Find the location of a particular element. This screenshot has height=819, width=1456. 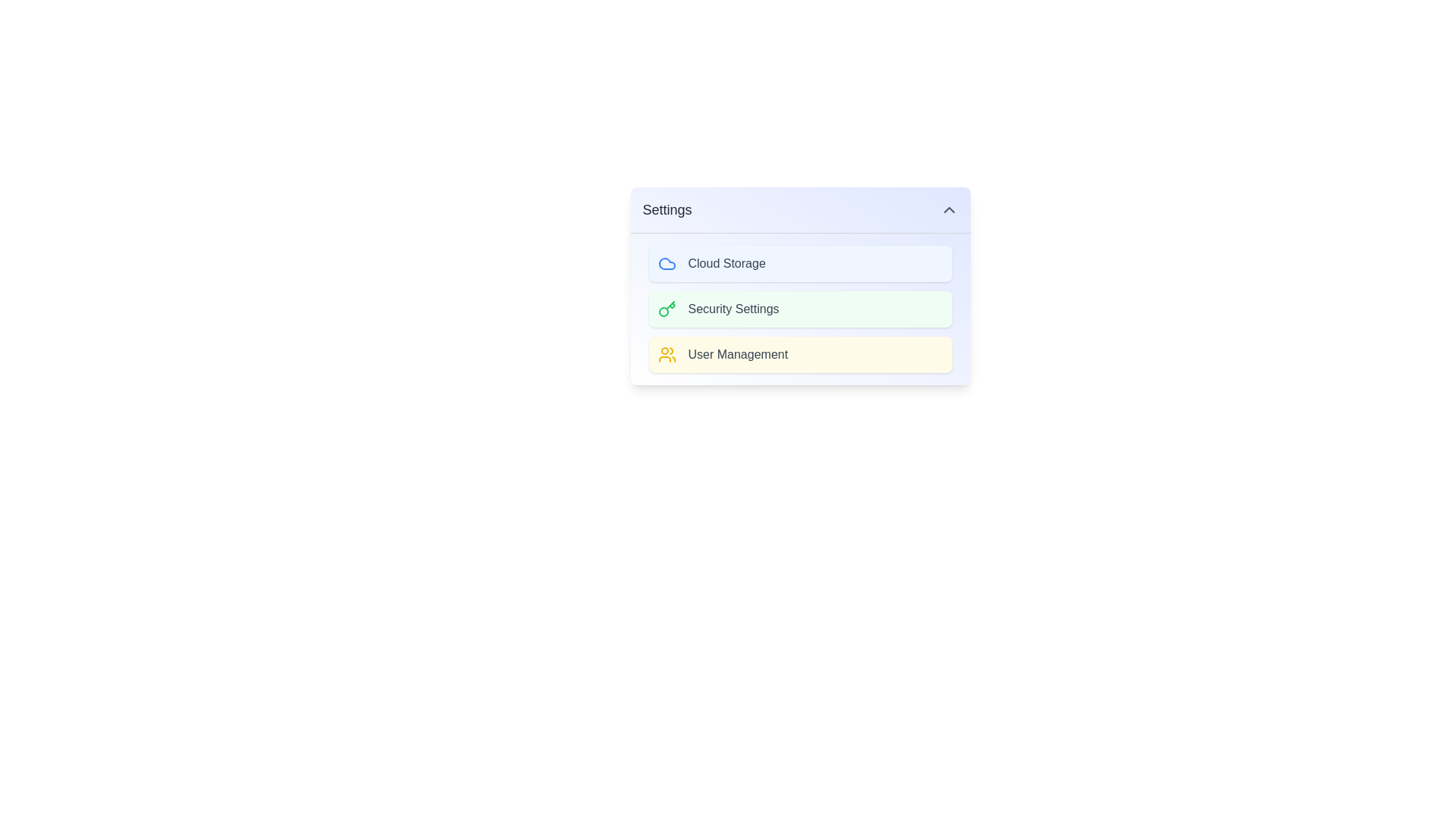

the 'Security Settings' label, which is the second item in a vertically stacked list is located at coordinates (733, 309).